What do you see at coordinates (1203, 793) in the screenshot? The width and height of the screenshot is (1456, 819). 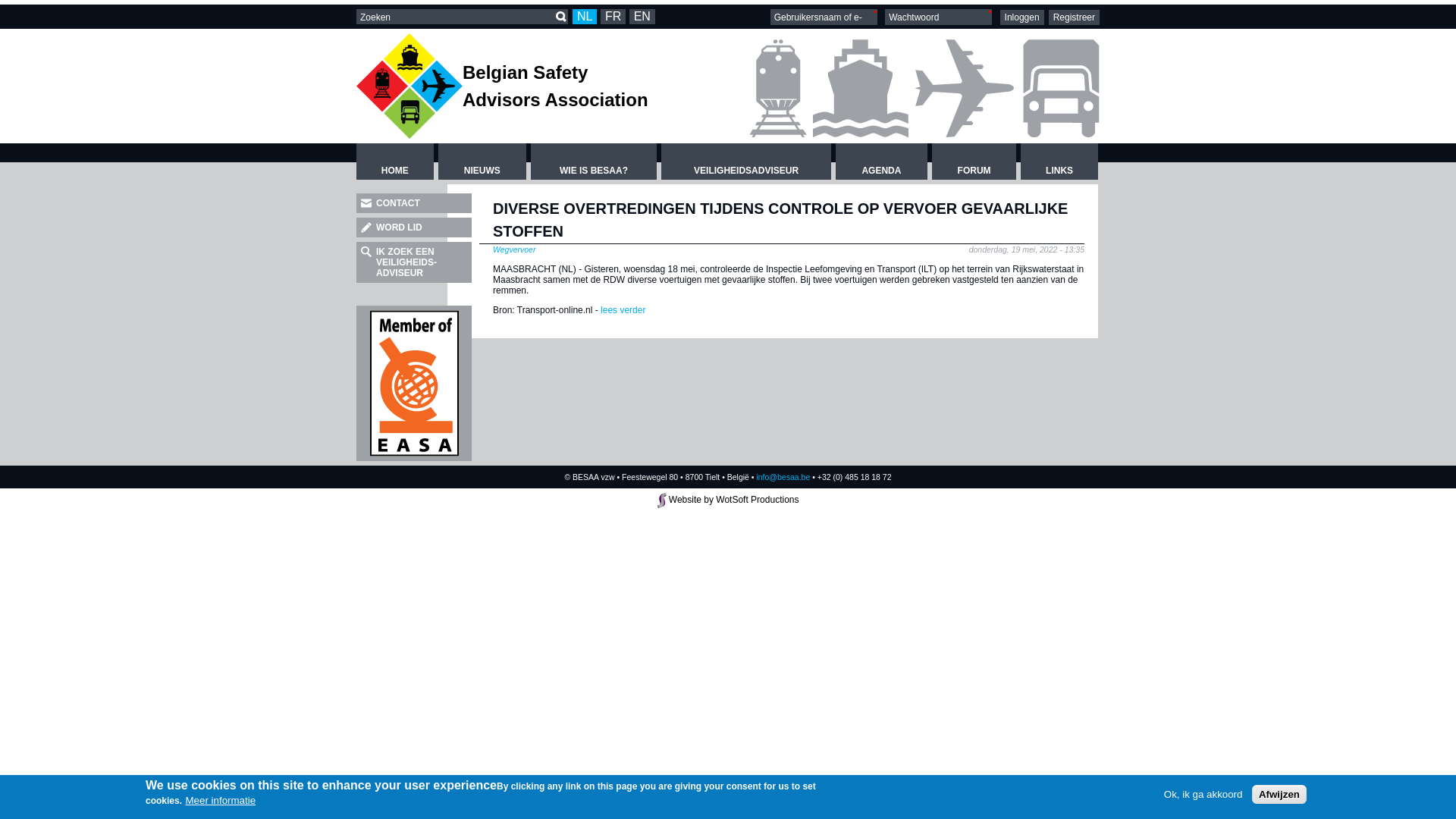 I see `'Ok, ik ga akkoord'` at bounding box center [1203, 793].